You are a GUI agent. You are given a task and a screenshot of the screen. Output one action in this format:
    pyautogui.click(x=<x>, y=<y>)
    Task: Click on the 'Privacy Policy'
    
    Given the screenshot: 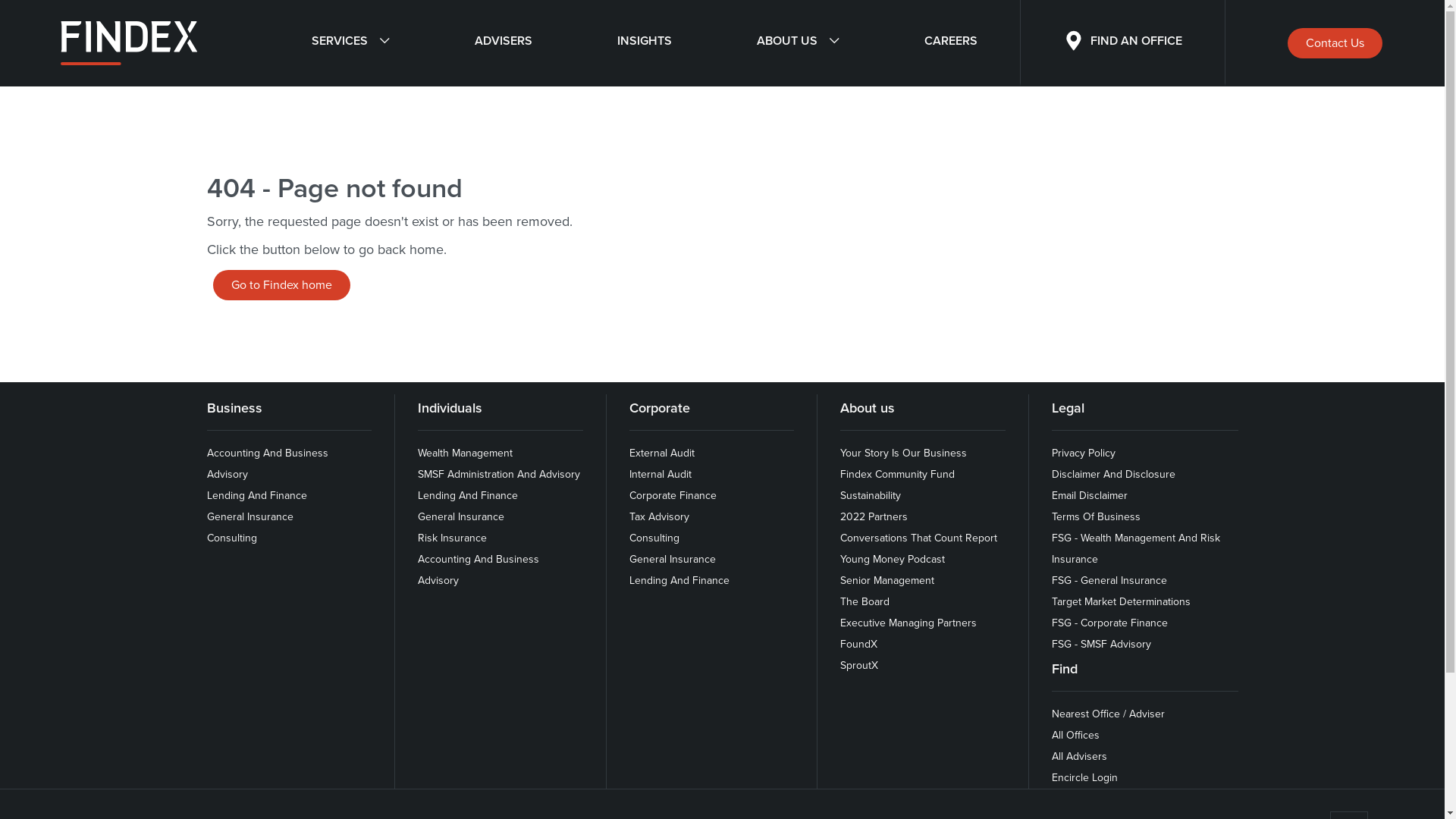 What is the action you would take?
    pyautogui.click(x=1083, y=452)
    